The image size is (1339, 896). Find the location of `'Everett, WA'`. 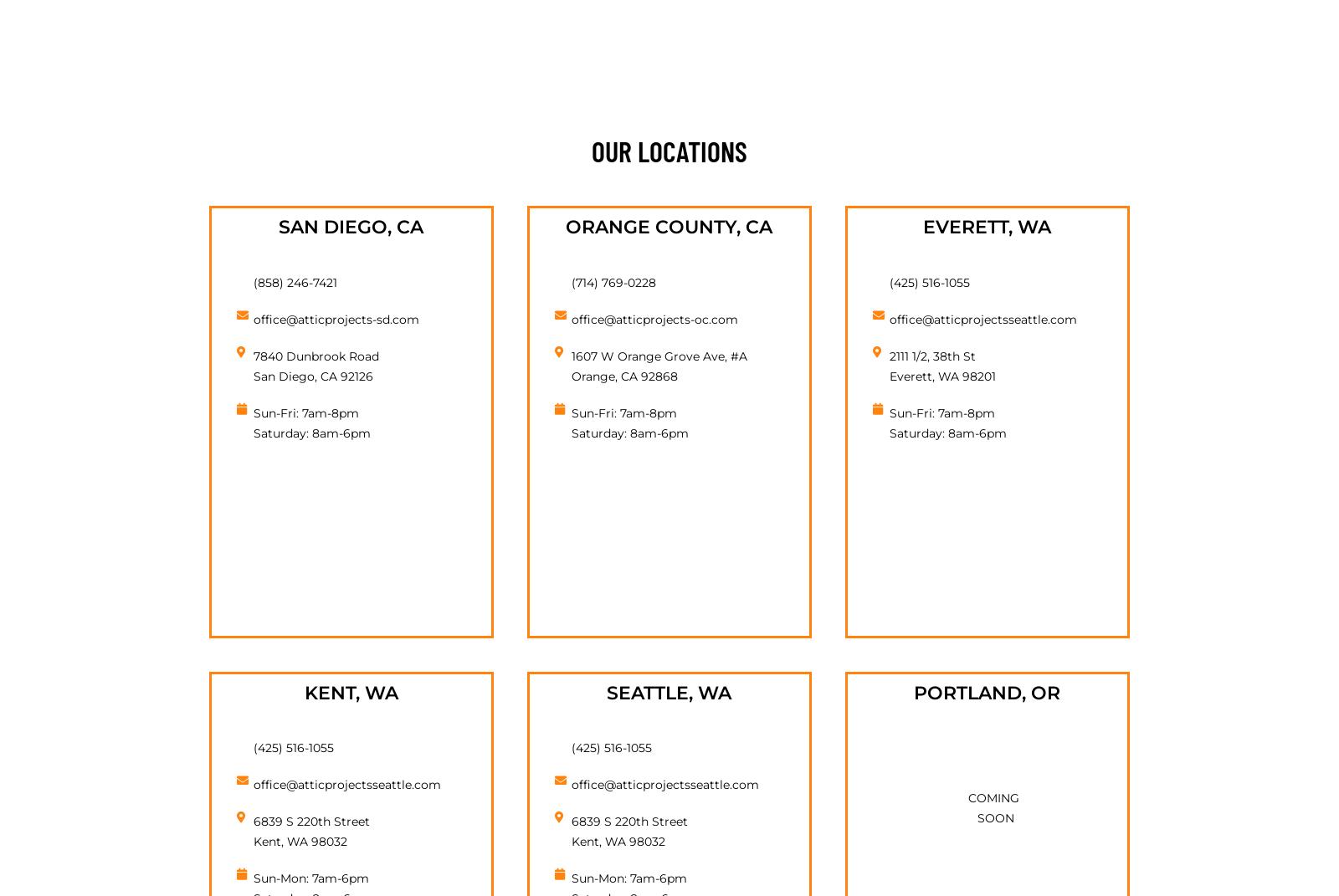

'Everett, WA' is located at coordinates (987, 227).